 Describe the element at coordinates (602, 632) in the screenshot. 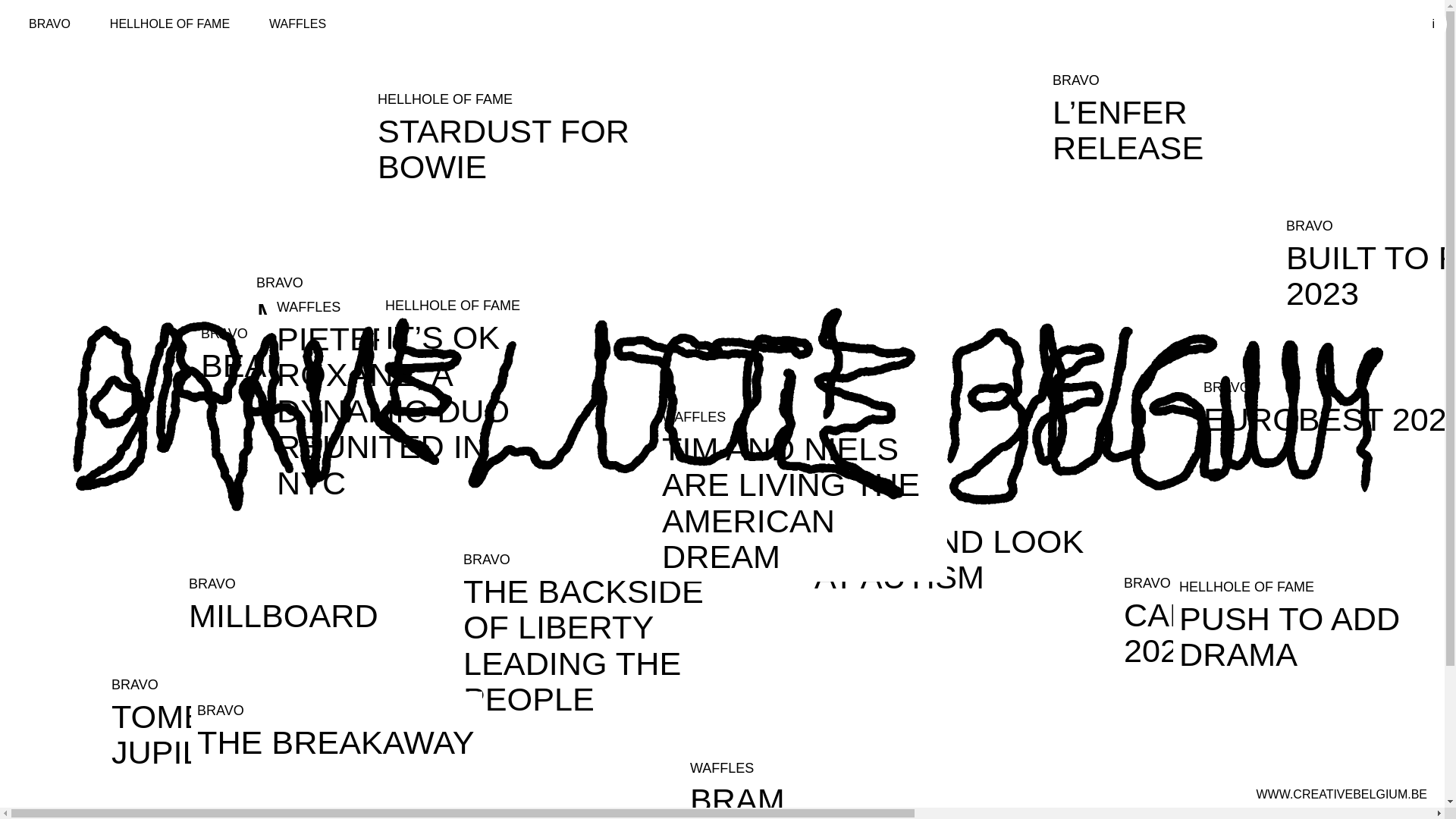

I see `'BRAVO` at that location.